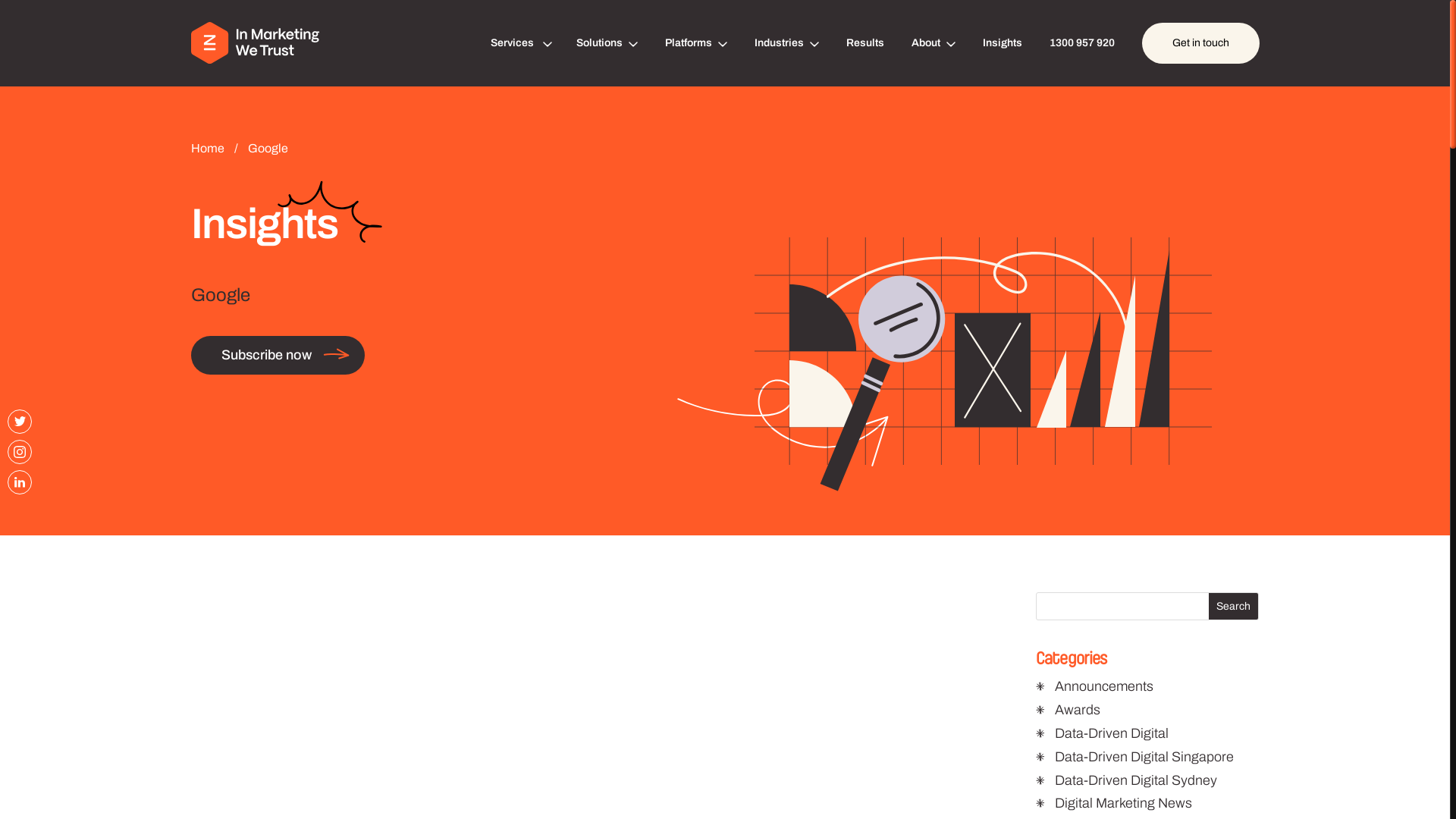 Image resolution: width=1456 pixels, height=819 pixels. I want to click on 'About', so click(932, 42).